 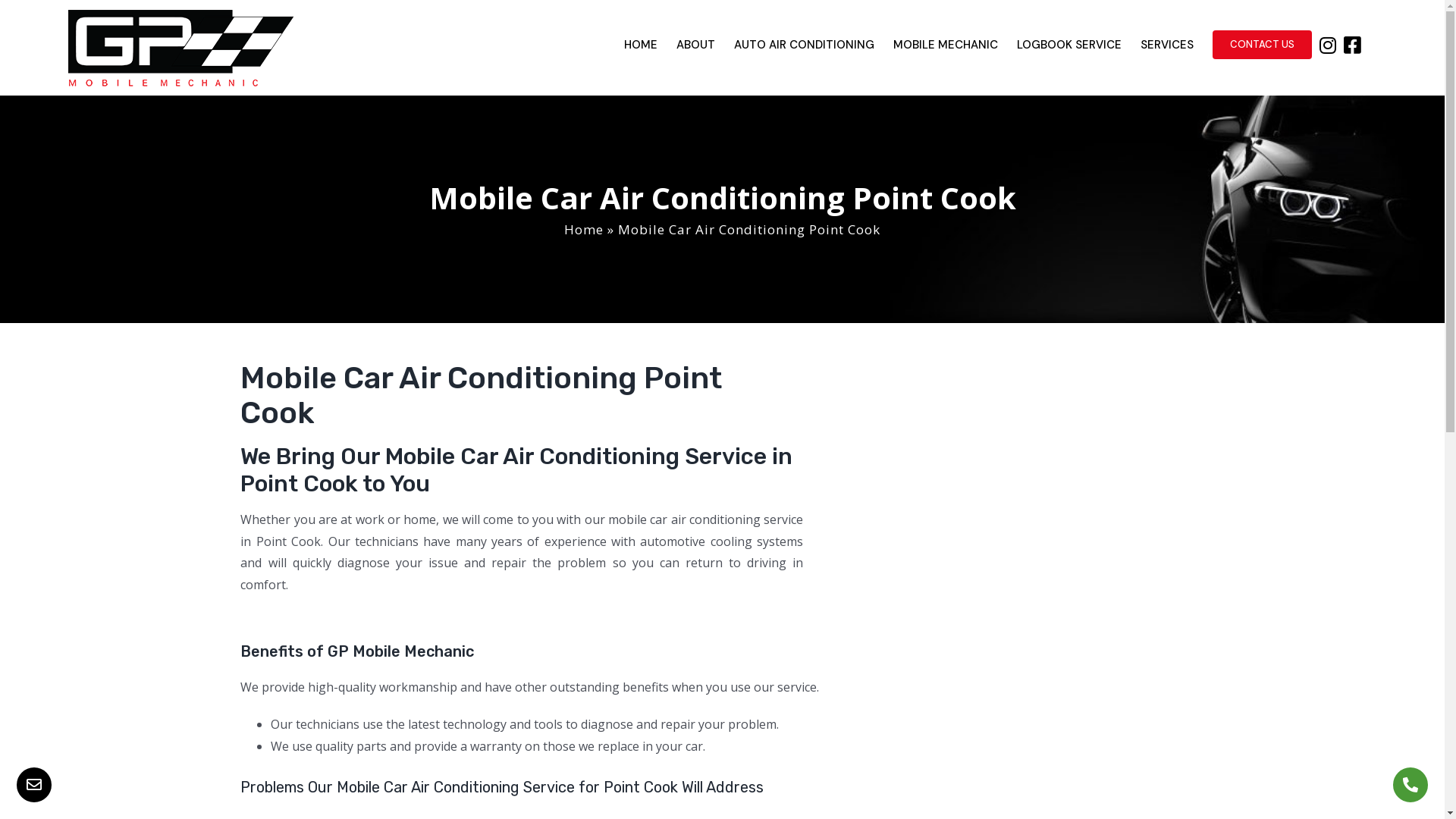 What do you see at coordinates (1068, 43) in the screenshot?
I see `'LOGBOOK SERVICE'` at bounding box center [1068, 43].